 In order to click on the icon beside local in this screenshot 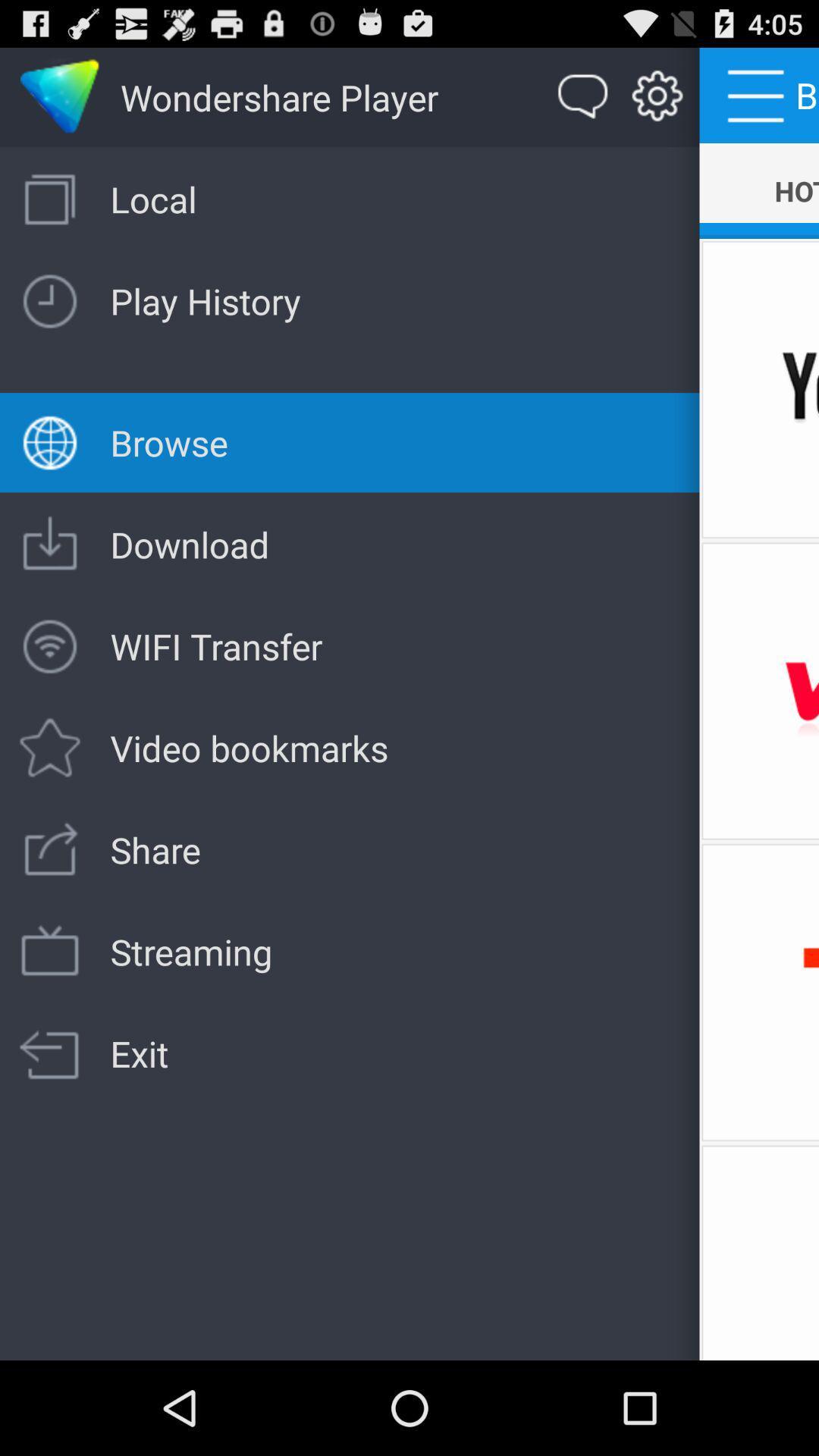, I will do `click(49, 199)`.